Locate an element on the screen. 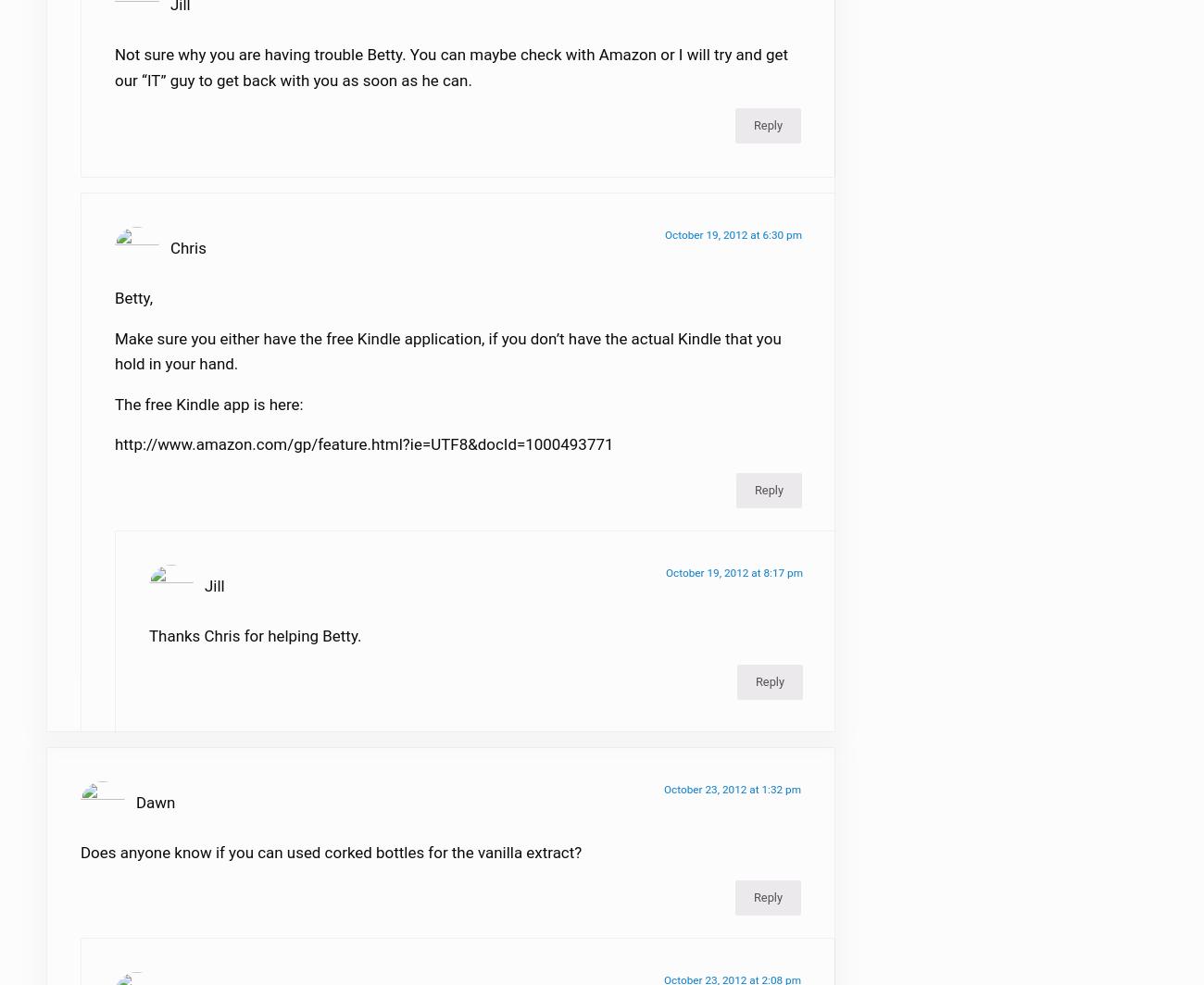  'Betty,' is located at coordinates (132, 308).